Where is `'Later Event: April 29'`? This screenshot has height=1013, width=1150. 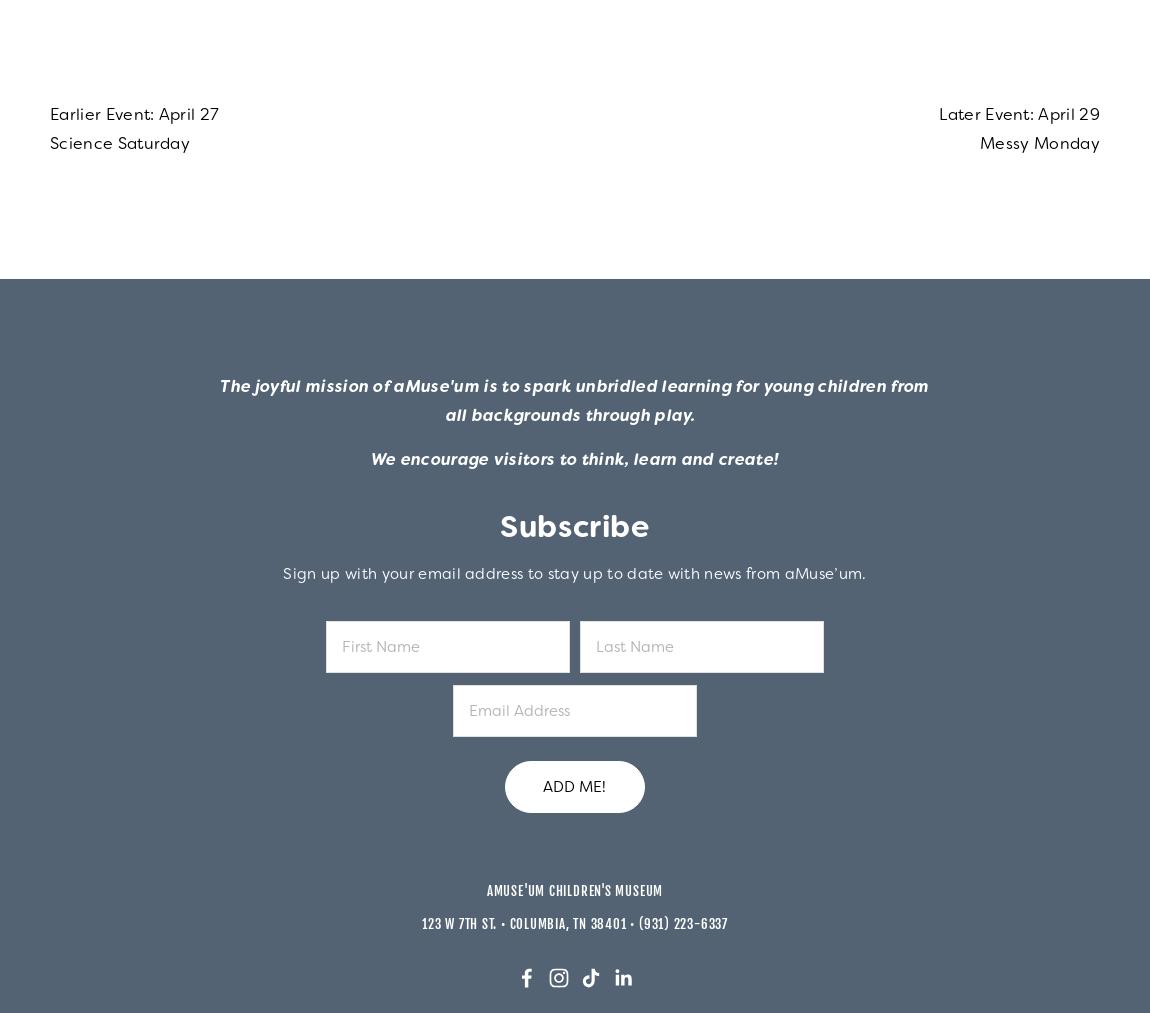 'Later Event: April 29' is located at coordinates (1019, 114).